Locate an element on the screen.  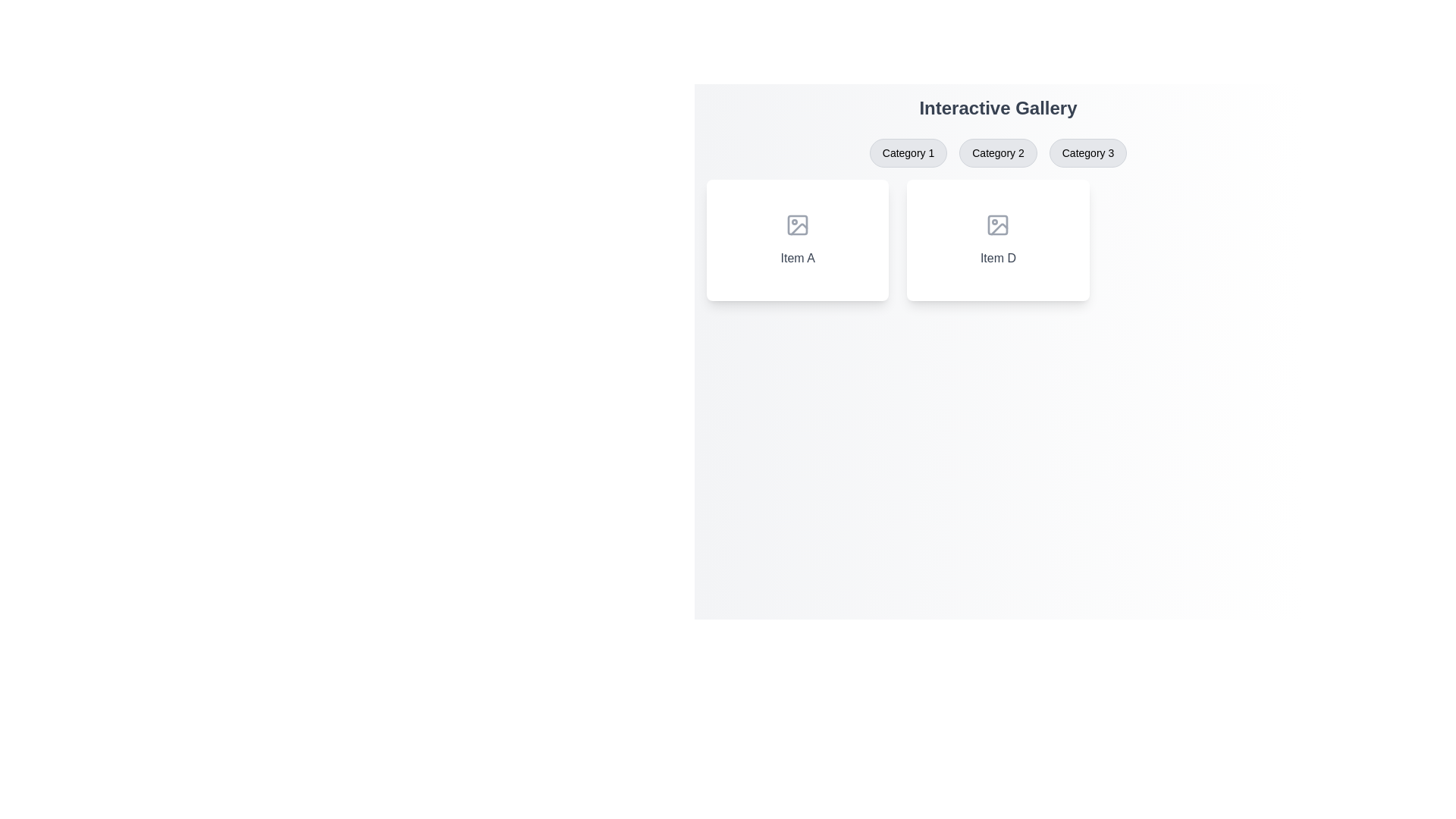
the decorative icon that signifies the 'Item D' section, located at the top center of the card labeled 'Item D' is located at coordinates (998, 225).